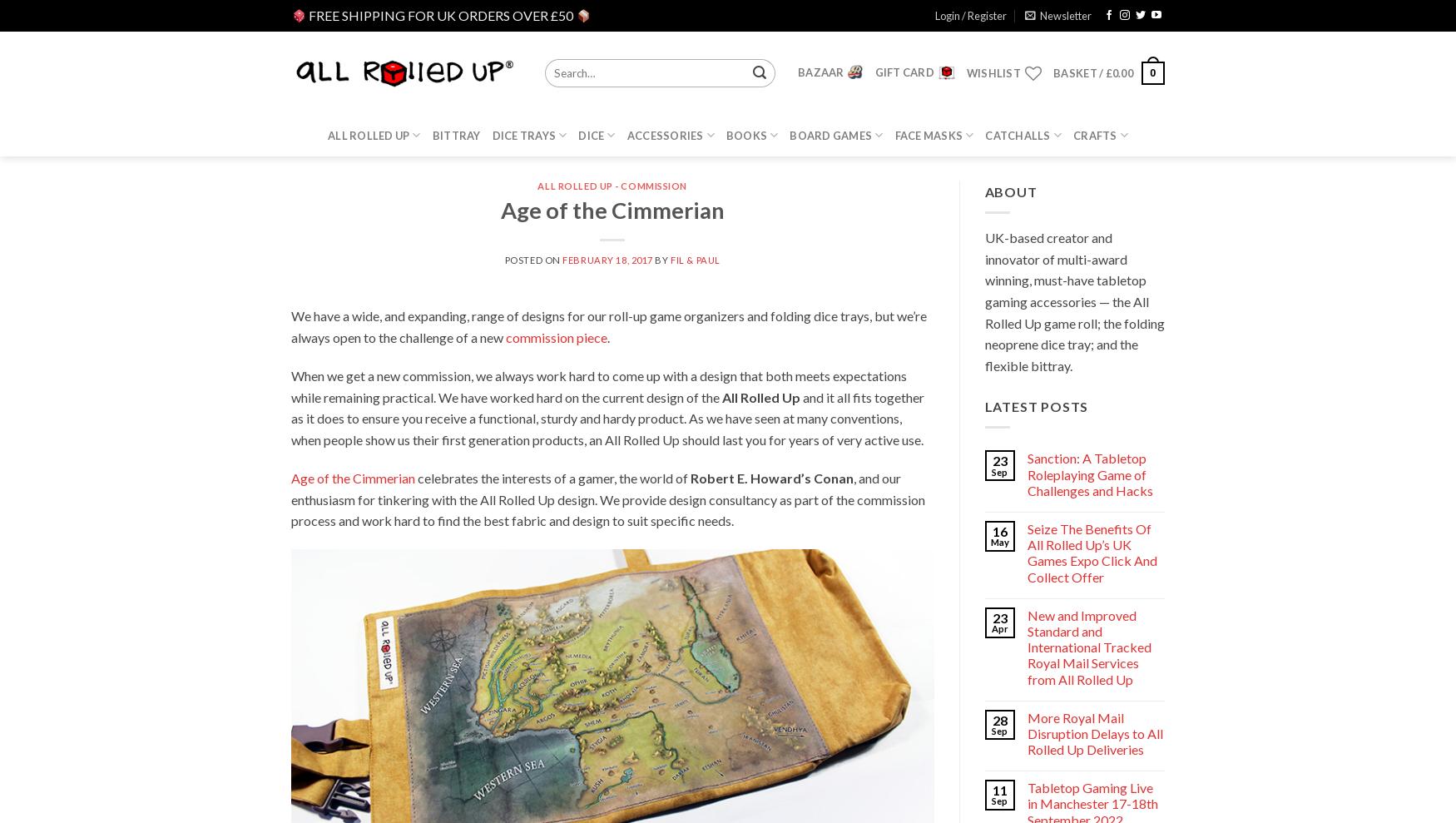  Describe the element at coordinates (990, 542) in the screenshot. I see `'May'` at that location.